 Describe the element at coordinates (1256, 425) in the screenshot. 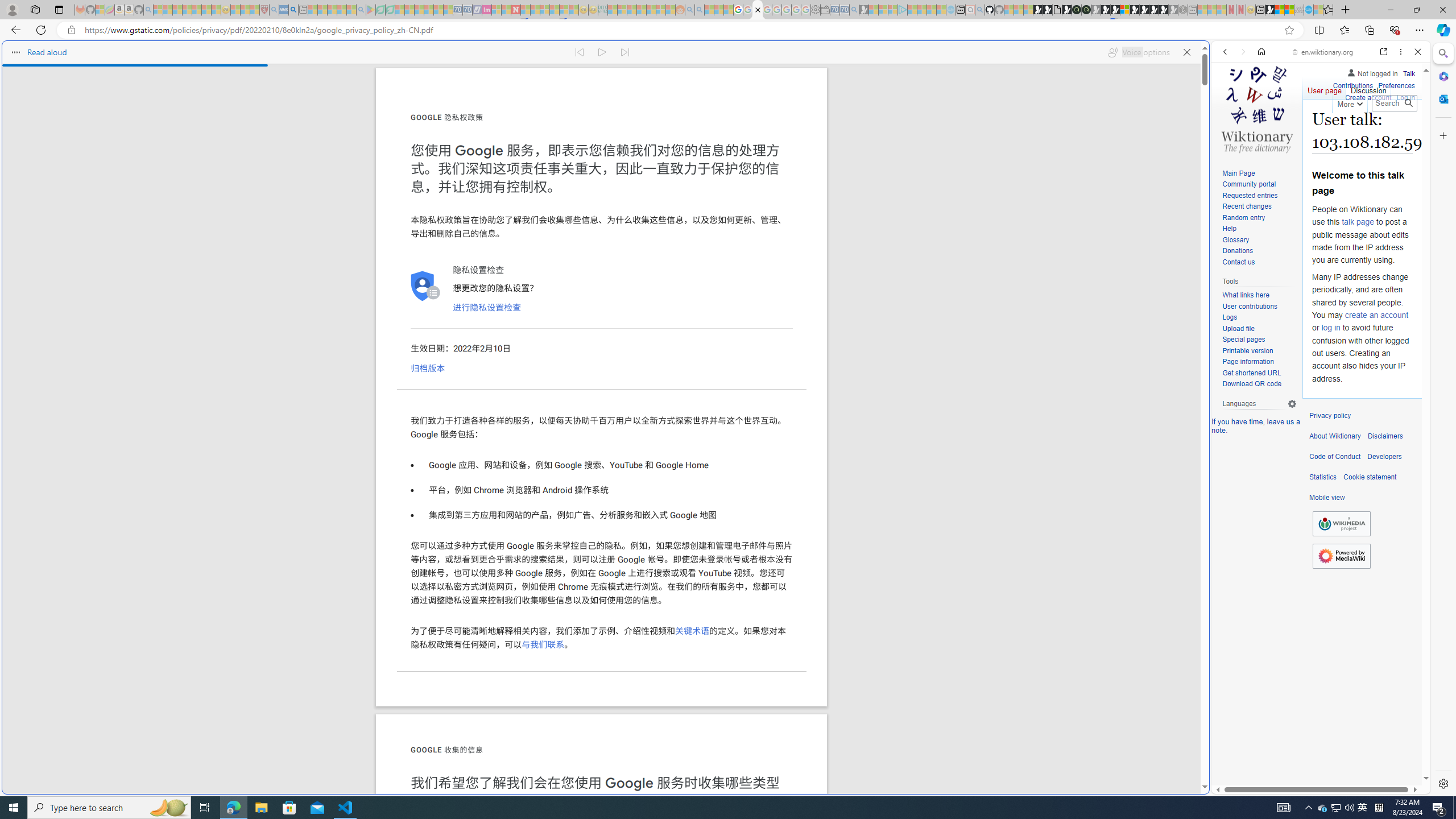

I see `'If you have time, leave us a note.'` at that location.